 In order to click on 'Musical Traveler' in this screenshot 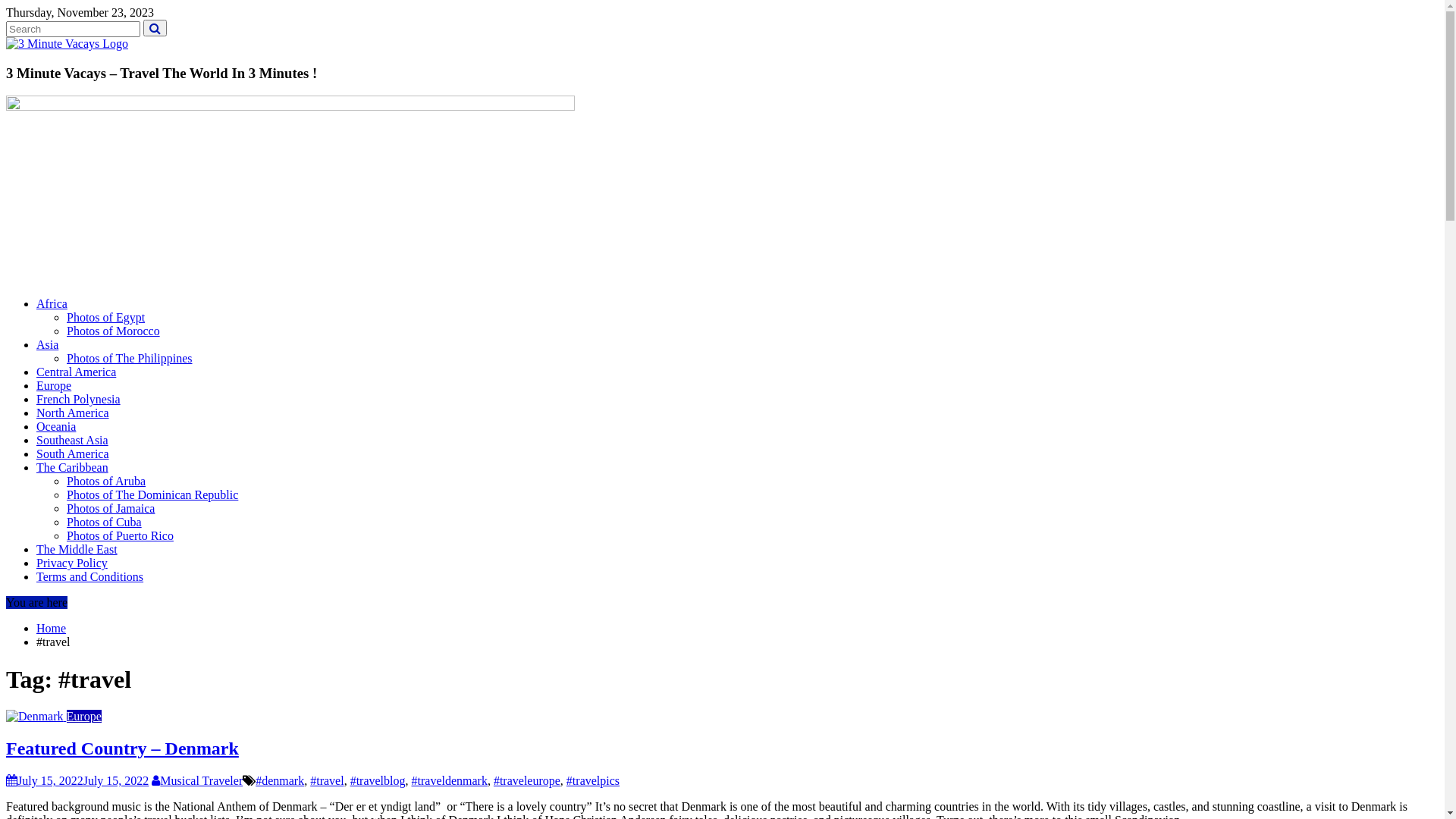, I will do `click(196, 780)`.